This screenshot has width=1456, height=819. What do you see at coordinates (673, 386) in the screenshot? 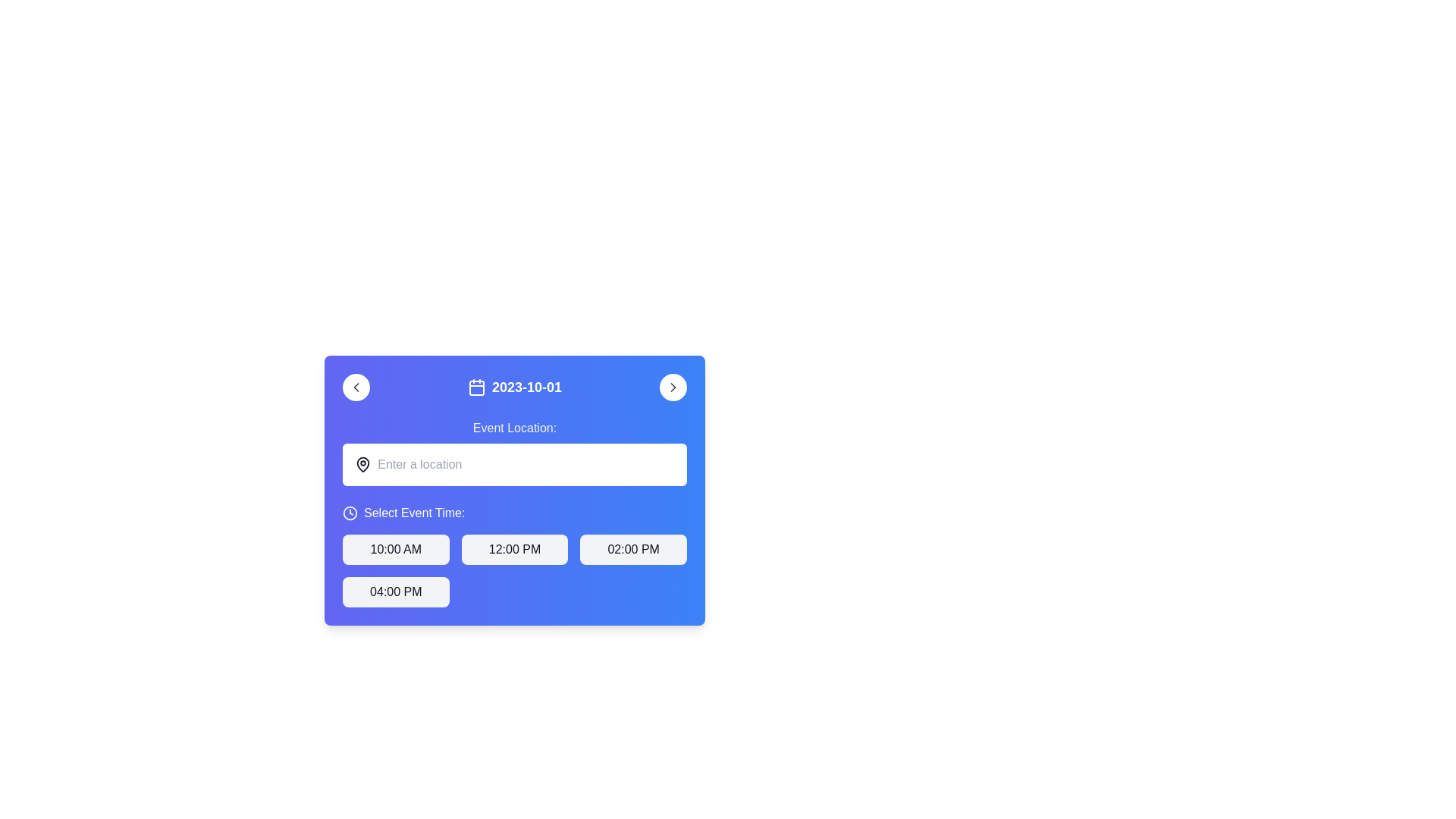
I see `the circular button with a white background and a gray chevron arrow pointing to the right, located in the blue header section to the right of the displayed date text ('2023-10-01')` at bounding box center [673, 386].